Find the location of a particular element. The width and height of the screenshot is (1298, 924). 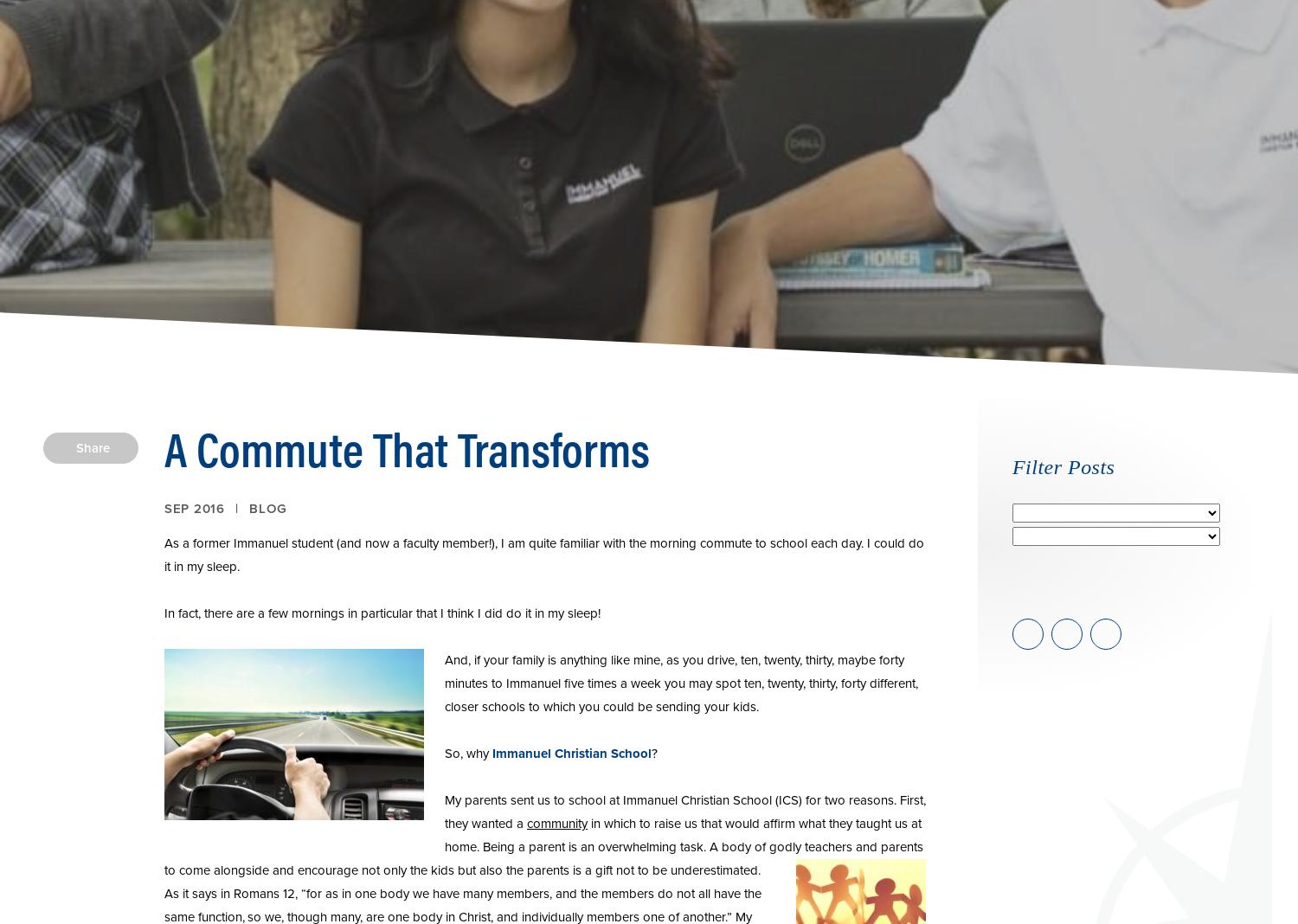

'In fact, there are a few mornings in particular that I think I did do it in my sleep!' is located at coordinates (381, 613).